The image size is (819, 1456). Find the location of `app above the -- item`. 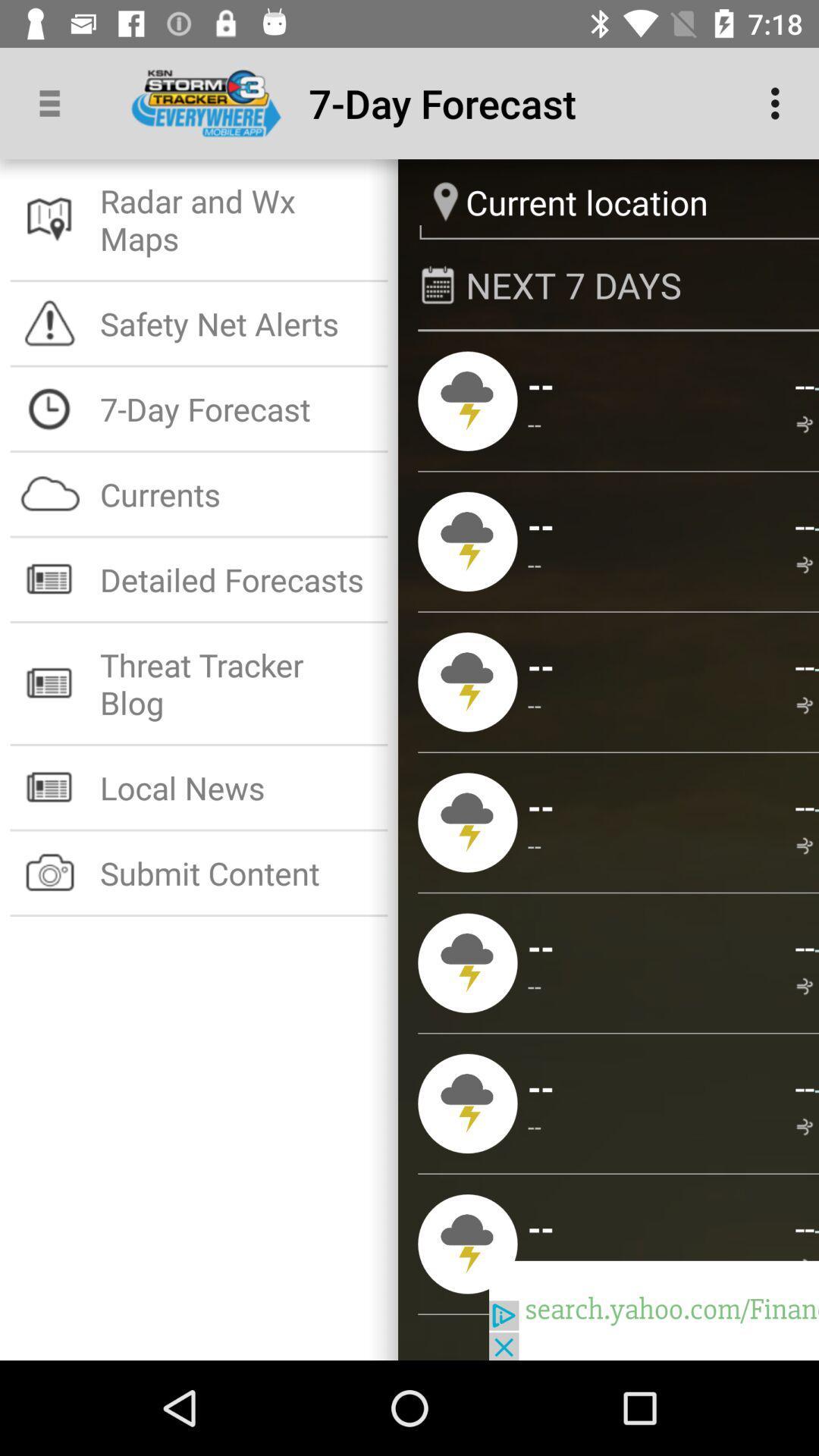

app above the -- item is located at coordinates (806, 564).